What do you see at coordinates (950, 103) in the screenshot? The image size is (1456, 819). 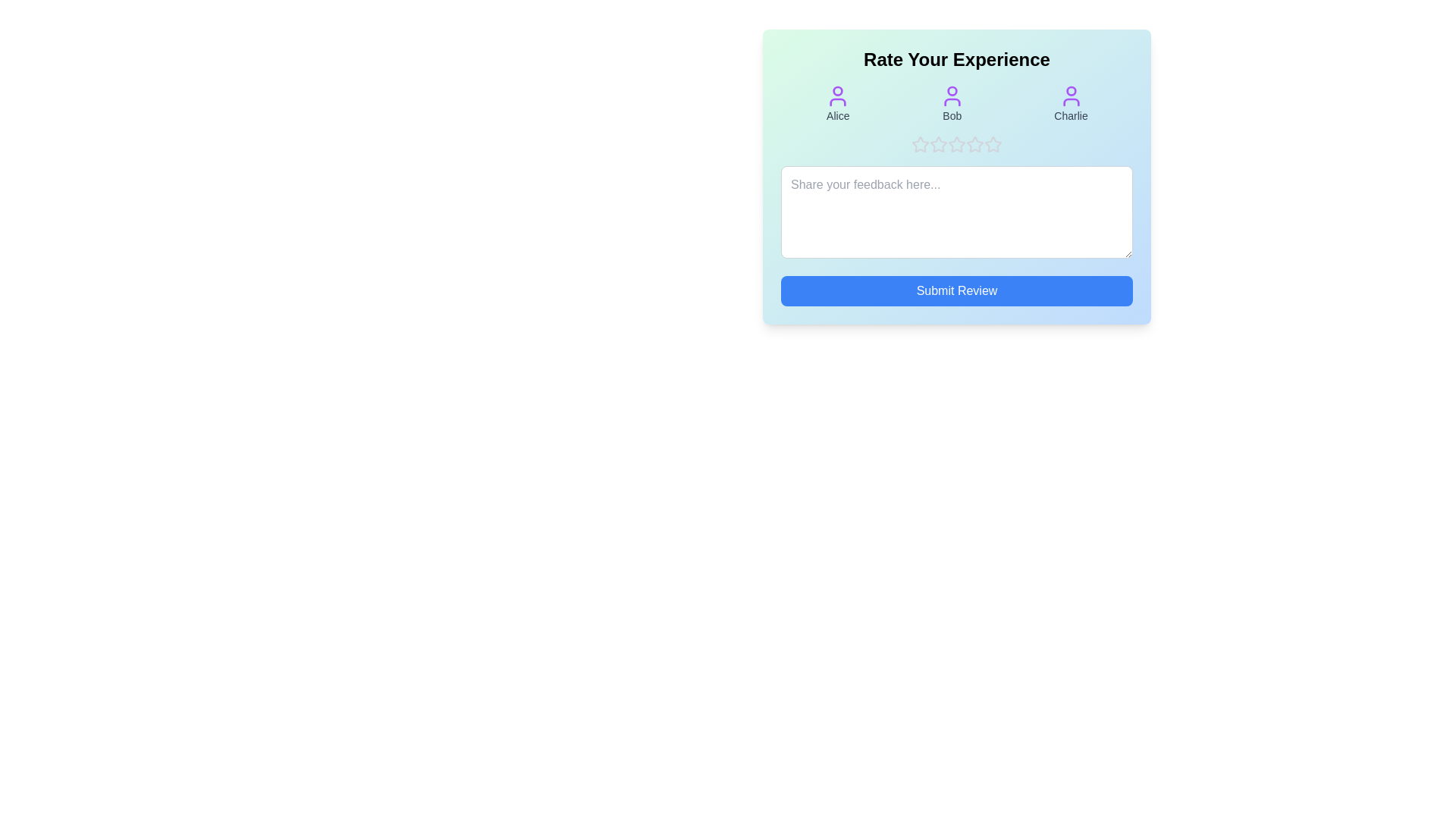 I see `the avatar icon corresponding to Bob to view its details` at bounding box center [950, 103].